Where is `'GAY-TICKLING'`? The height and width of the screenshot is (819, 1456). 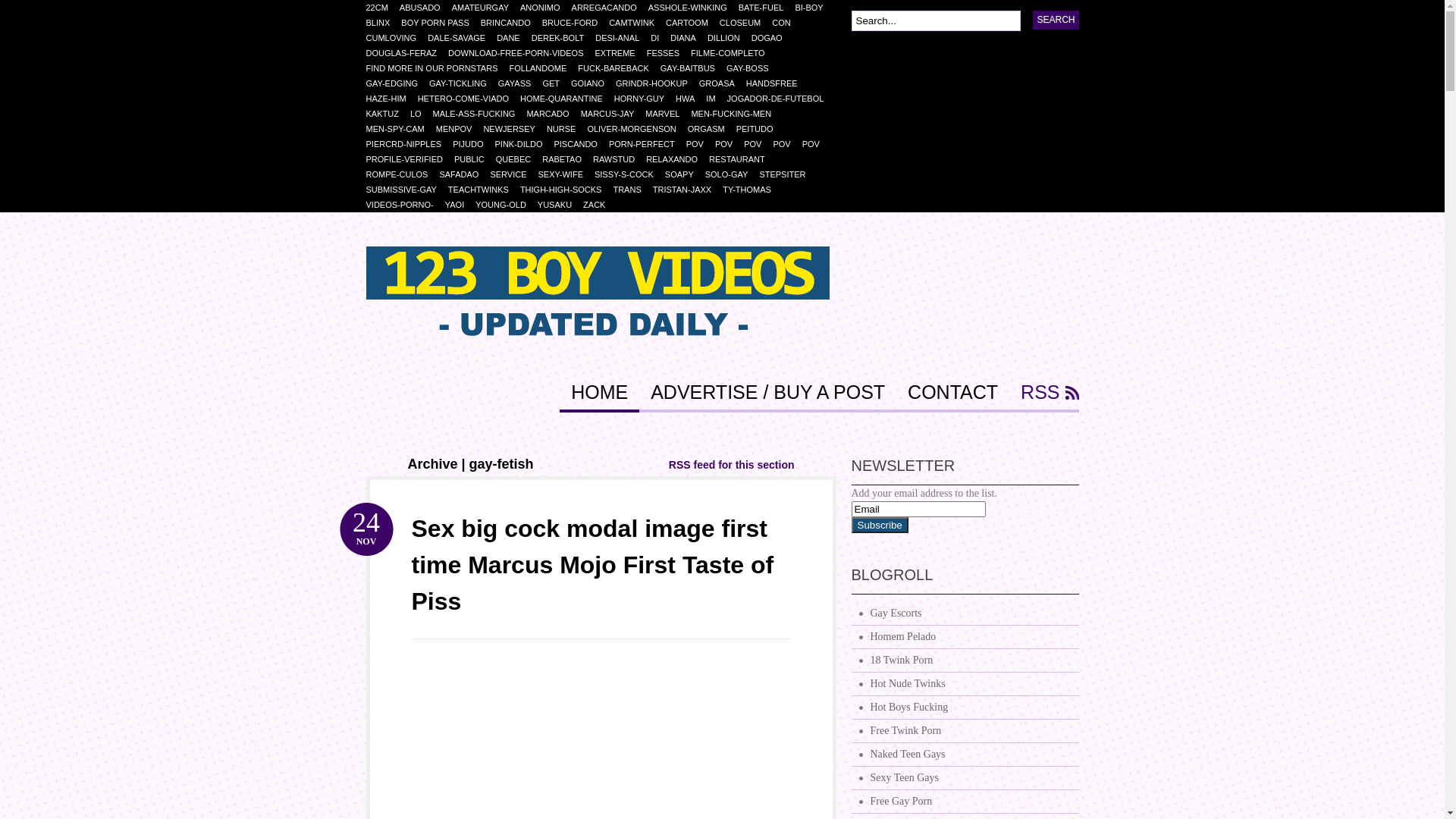 'GAY-TICKLING' is located at coordinates (463, 83).